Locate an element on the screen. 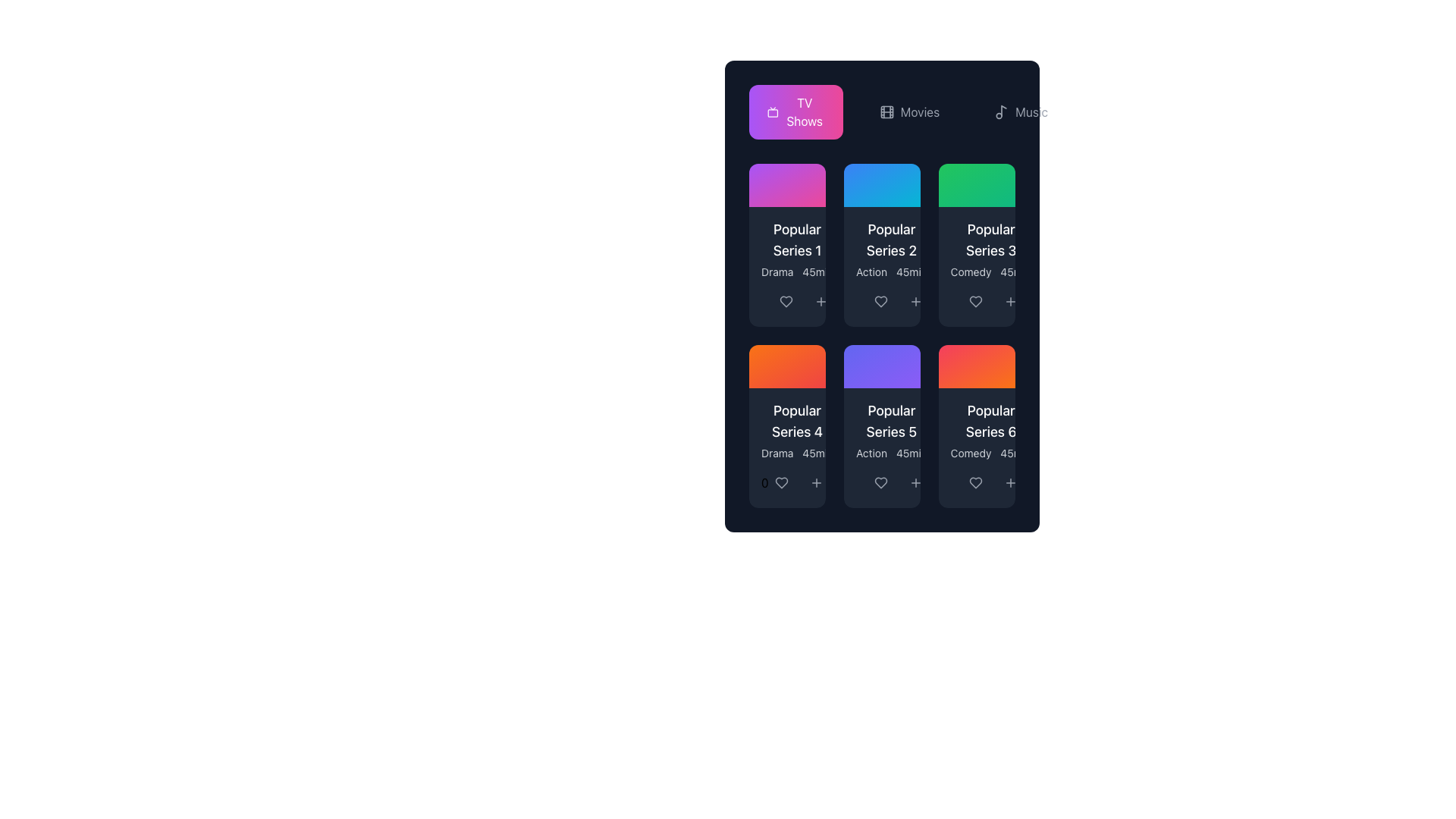 Image resolution: width=1456 pixels, height=819 pixels. the heart-shaped button located beneath the 'Comedy 45min' description to favorite the series is located at coordinates (977, 482).